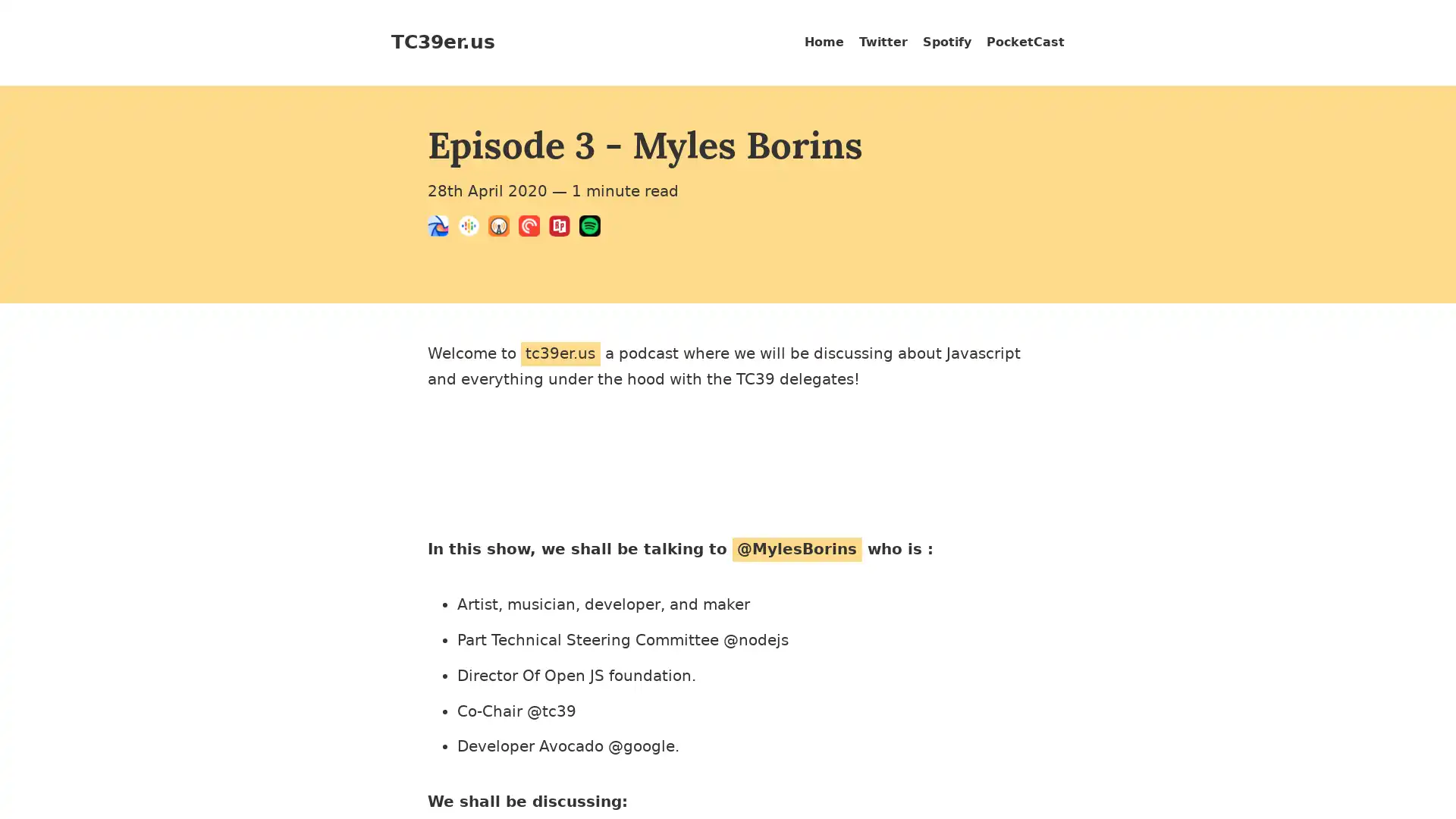  I want to click on Overcast Logo, so click(503, 228).